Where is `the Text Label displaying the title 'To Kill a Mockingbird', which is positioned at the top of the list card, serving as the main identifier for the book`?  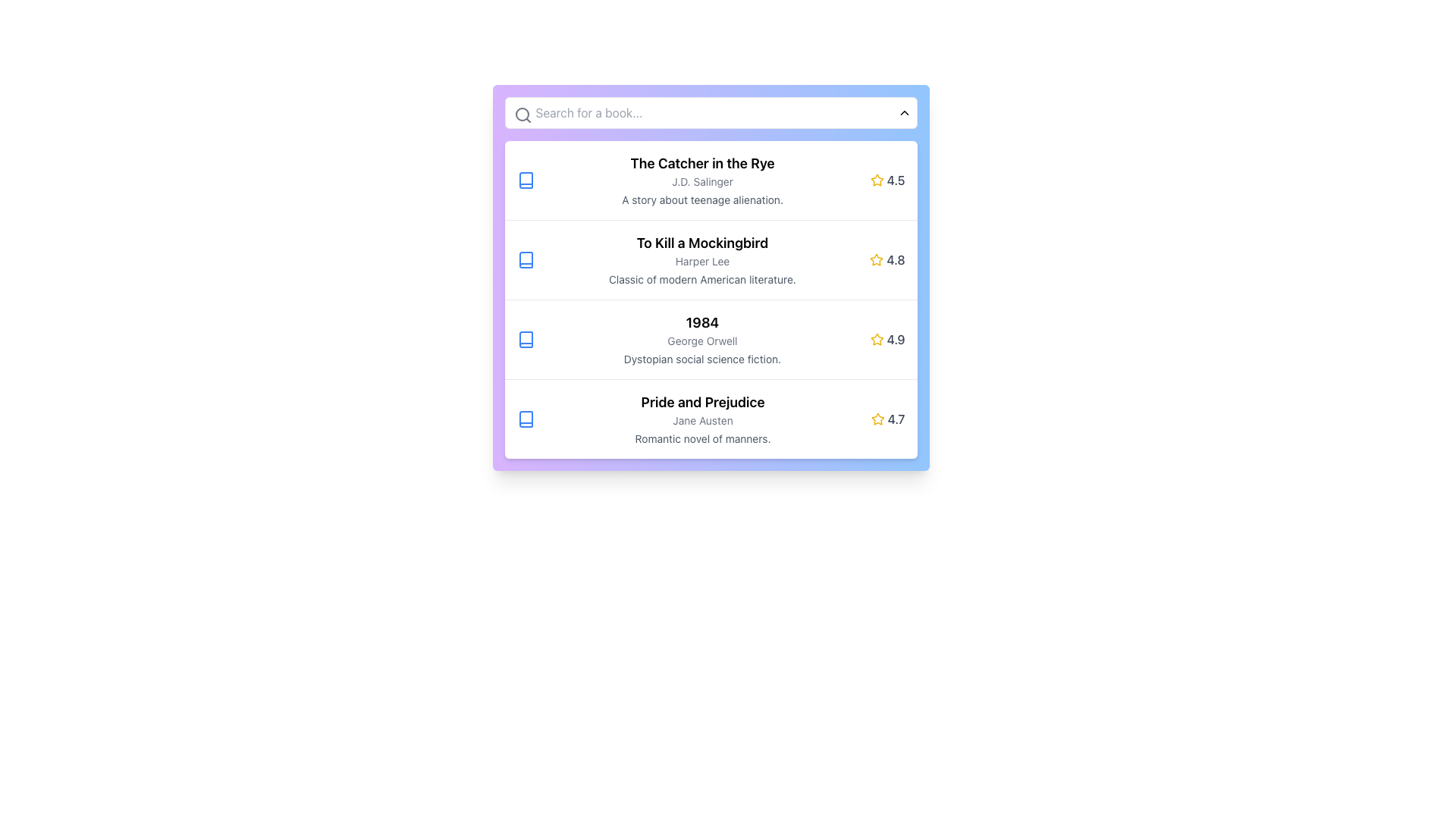
the Text Label displaying the title 'To Kill a Mockingbird', which is positioned at the top of the list card, serving as the main identifier for the book is located at coordinates (701, 242).